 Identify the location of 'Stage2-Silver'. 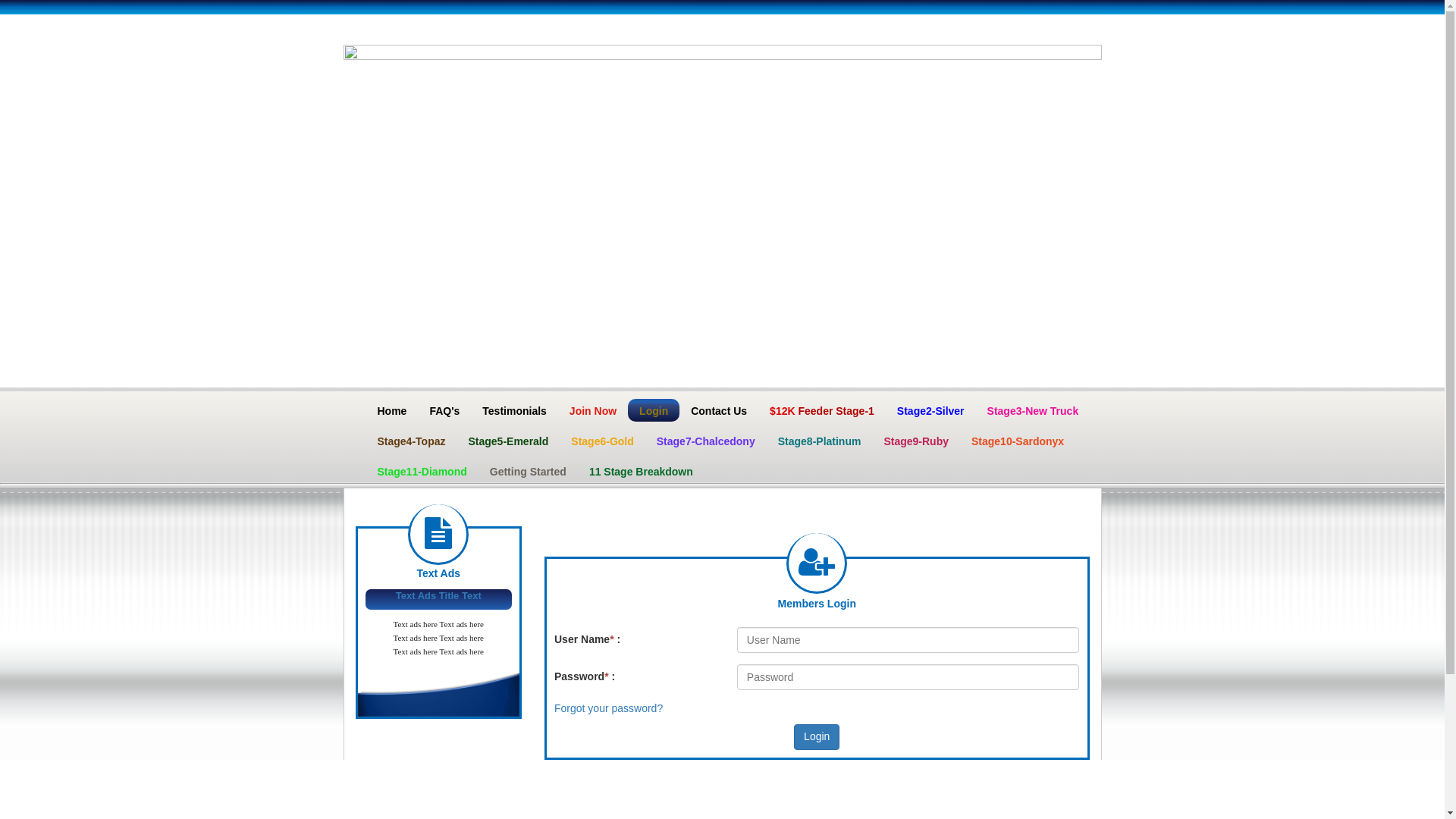
(885, 409).